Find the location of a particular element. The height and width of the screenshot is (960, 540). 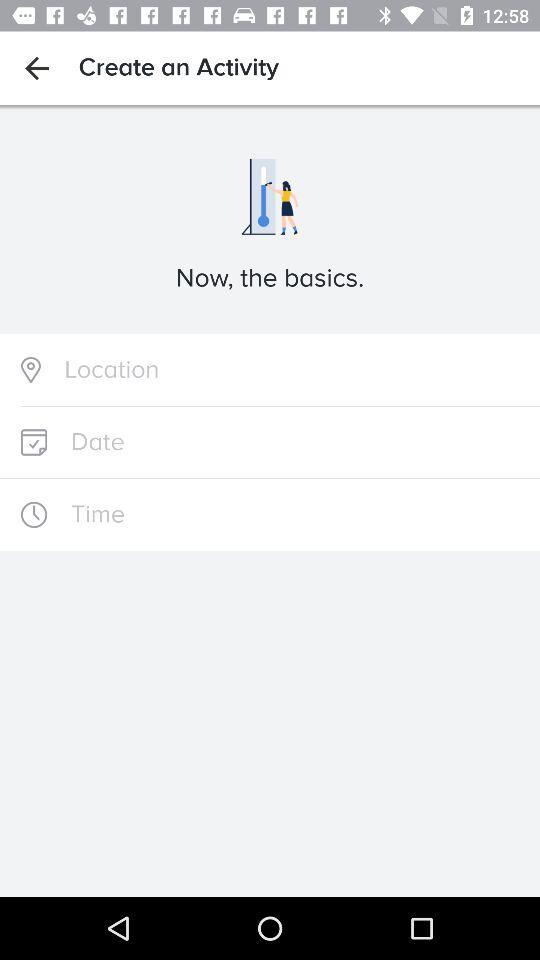

item to the left of the create an activity app is located at coordinates (36, 68).